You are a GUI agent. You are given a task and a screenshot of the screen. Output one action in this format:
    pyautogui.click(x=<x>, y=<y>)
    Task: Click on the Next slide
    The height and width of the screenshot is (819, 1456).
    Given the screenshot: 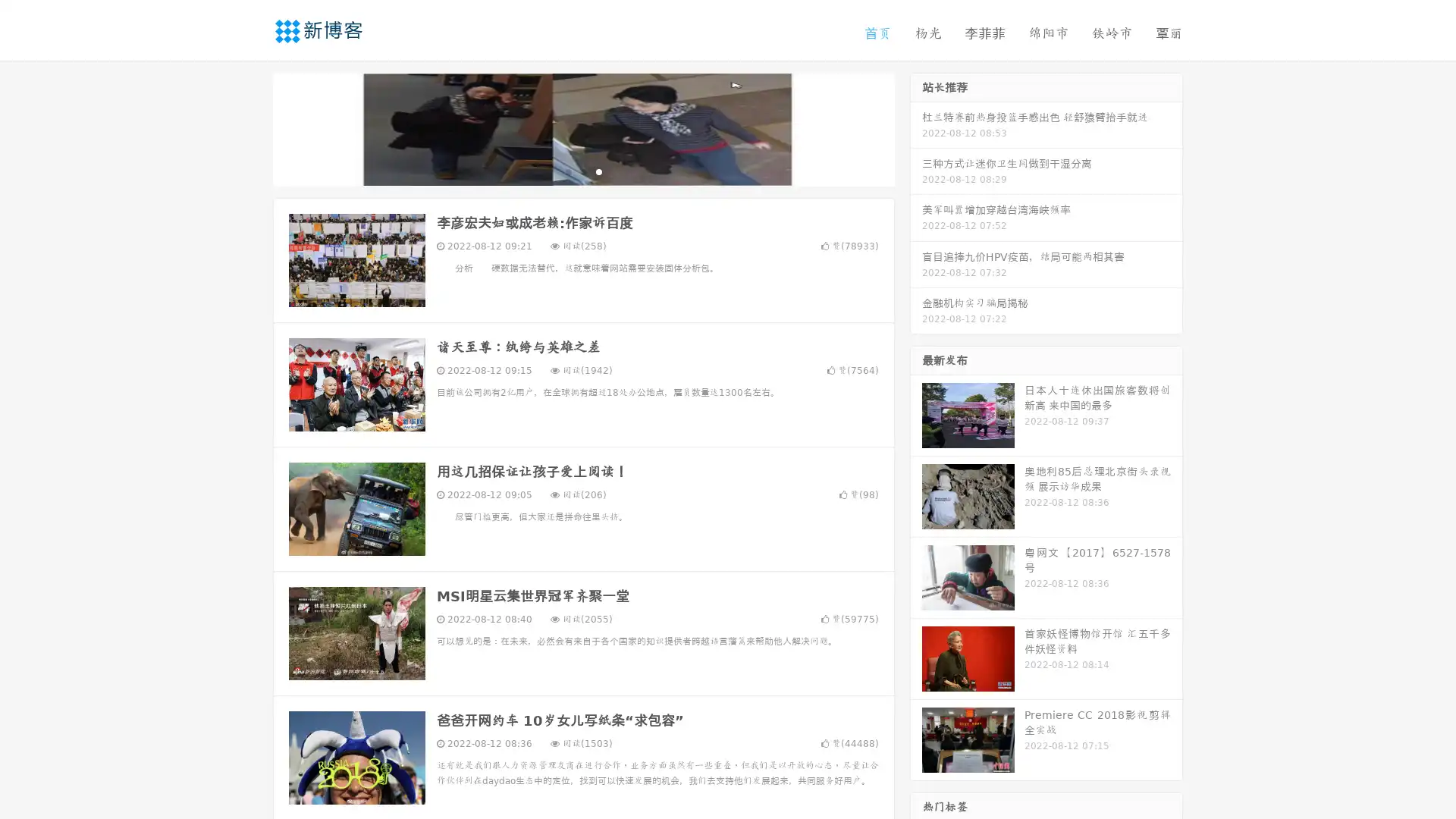 What is the action you would take?
    pyautogui.click(x=916, y=127)
    